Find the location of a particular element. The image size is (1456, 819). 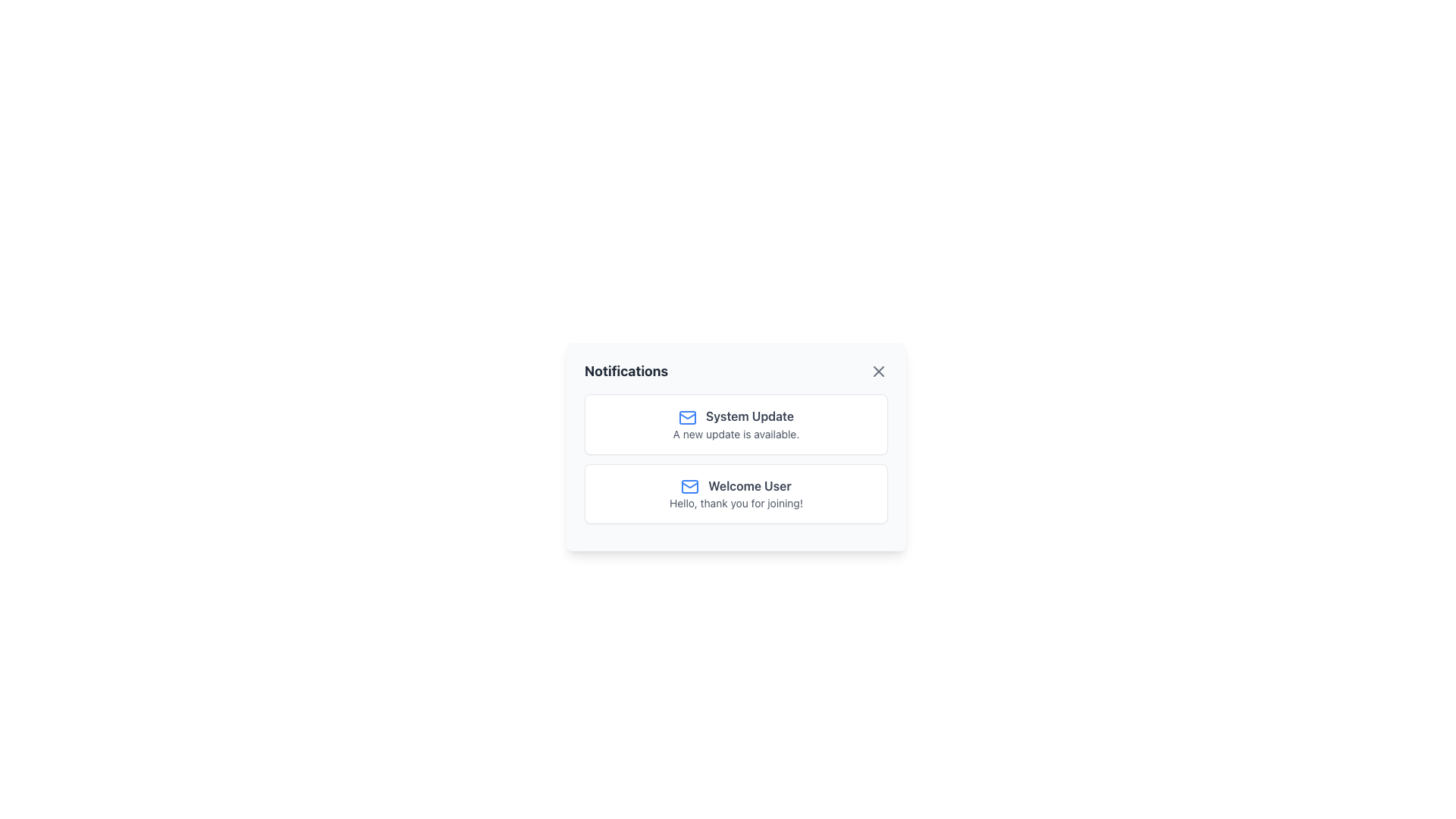

the gray 'X' icon button located on the right side of the notifications title is located at coordinates (878, 371).